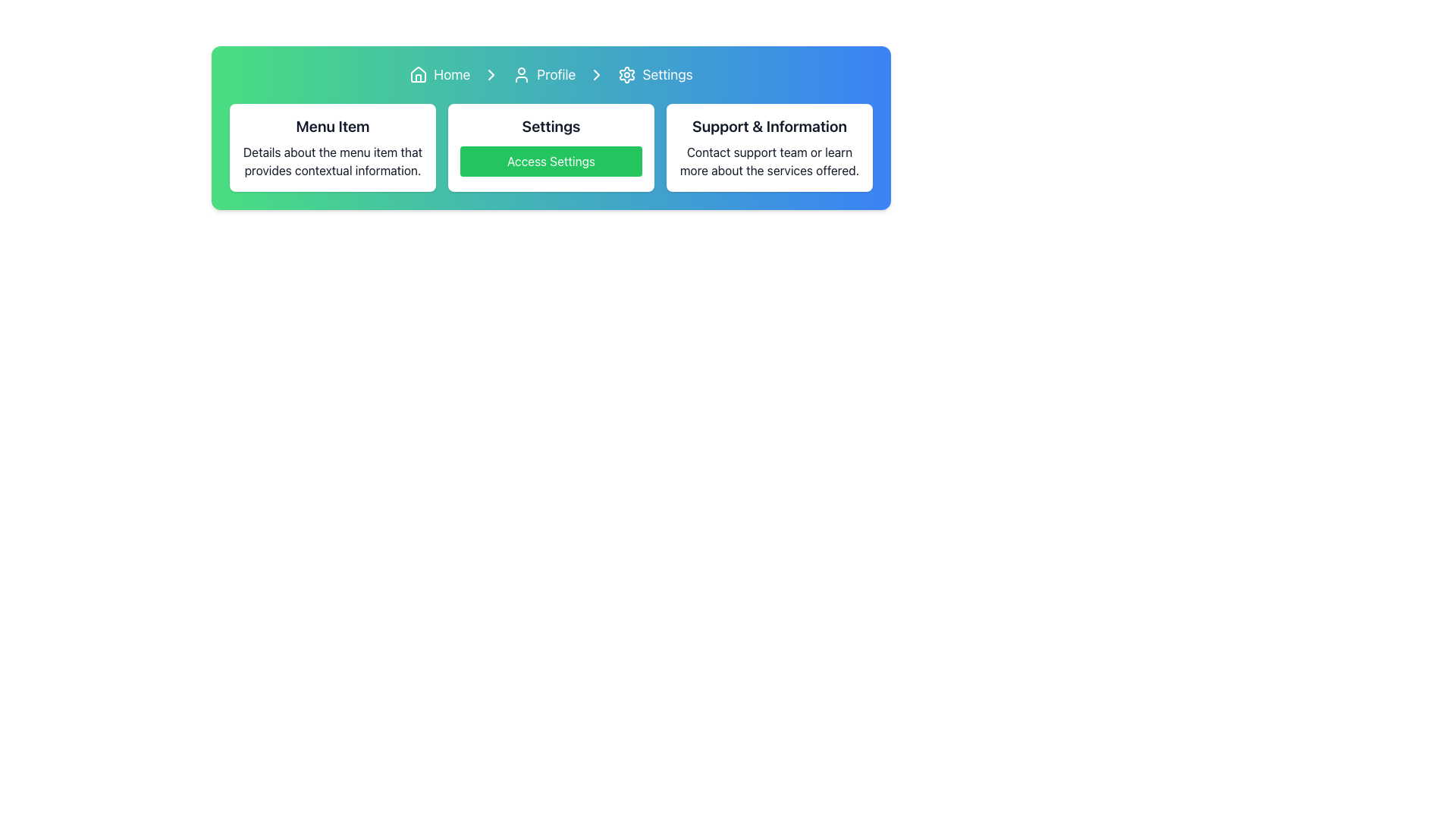 This screenshot has width=1456, height=819. Describe the element at coordinates (491, 75) in the screenshot. I see `the navigation icon located between the 'Profile' text and the 'Settings' section` at that location.